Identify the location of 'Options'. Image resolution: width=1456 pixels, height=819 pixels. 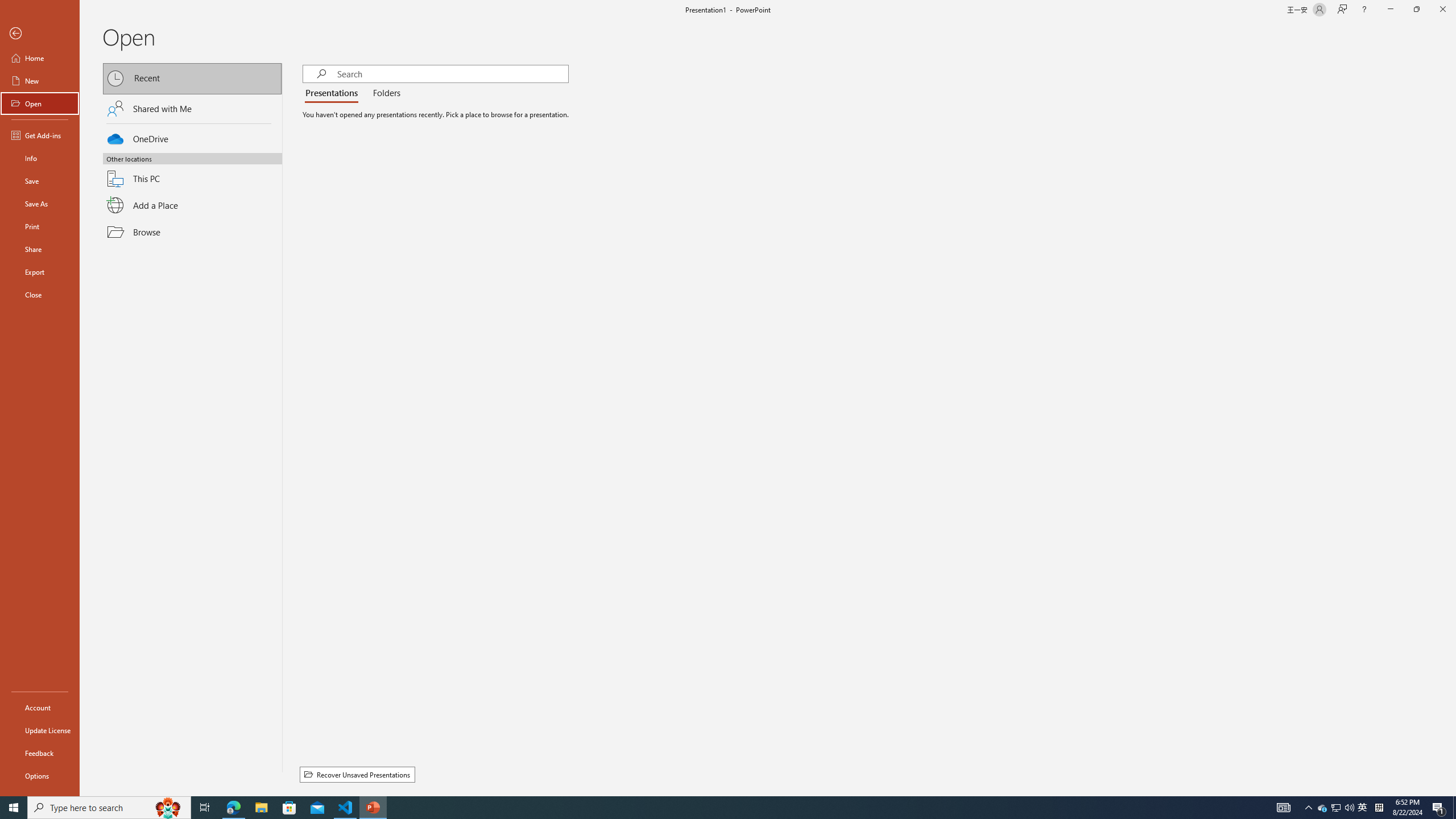
(39, 775).